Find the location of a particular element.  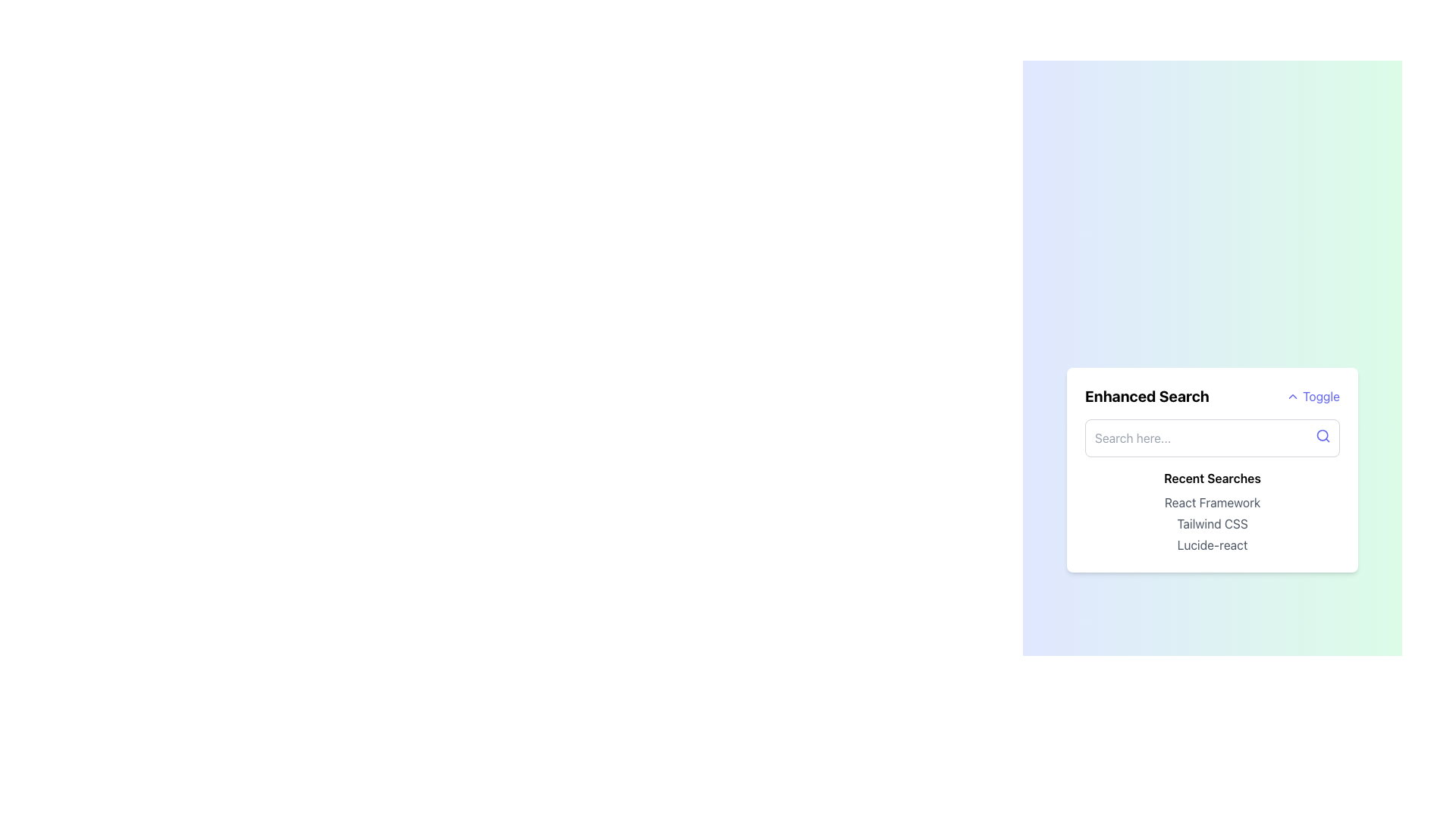

the 'Toggle' button with an upward chevron icon, which is styled with indigo text and is located in the 'Enhanced Search' header section is located at coordinates (1312, 396).